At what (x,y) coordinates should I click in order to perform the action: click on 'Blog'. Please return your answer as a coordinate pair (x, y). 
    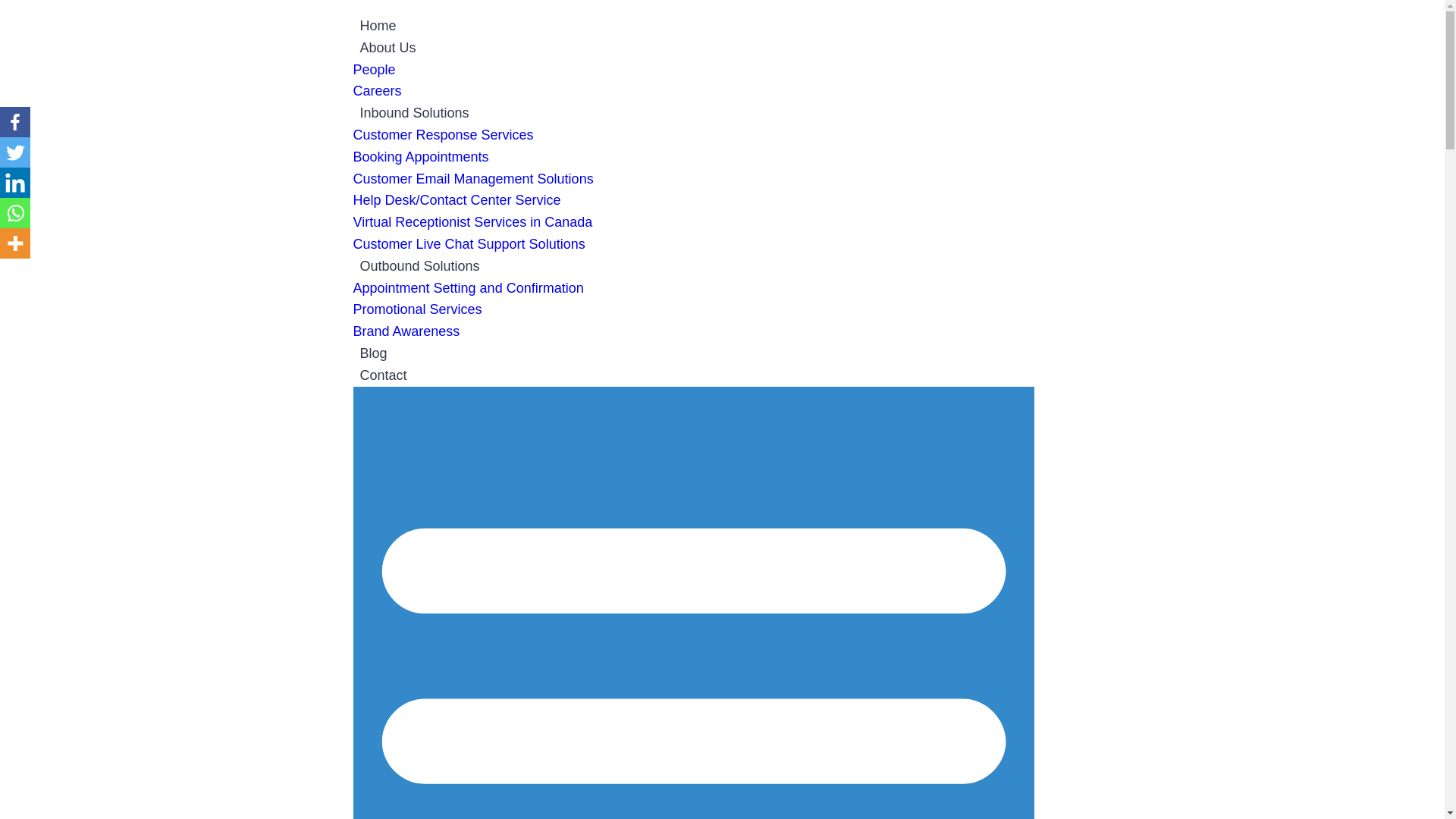
    Looking at the image, I should click on (352, 353).